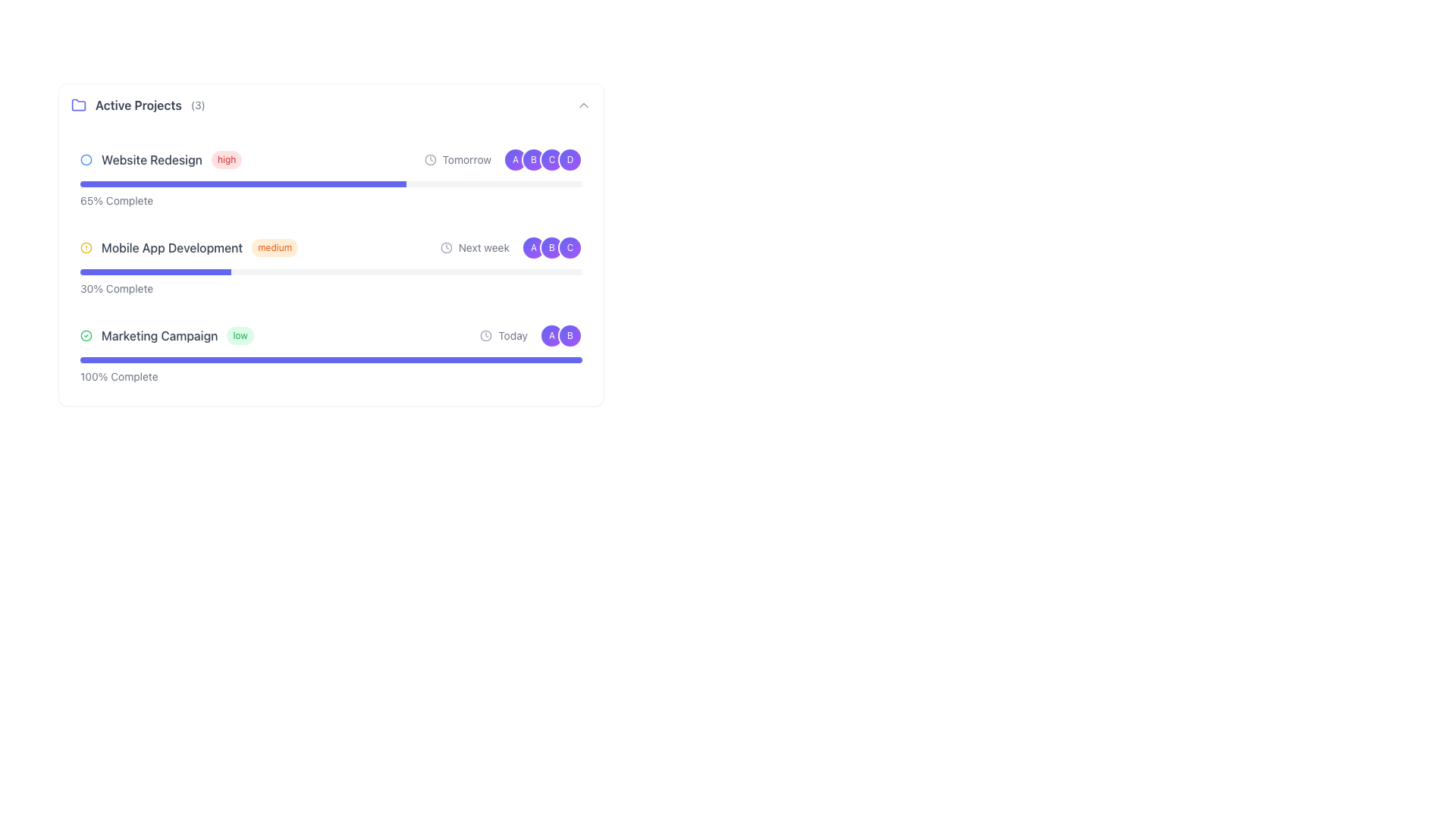 The image size is (1456, 819). What do you see at coordinates (243, 184) in the screenshot?
I see `the dark indigo progress bar segment indicating 65% completion for the 'Website Redesign' project located at the top of the 'Active Projects' list` at bounding box center [243, 184].